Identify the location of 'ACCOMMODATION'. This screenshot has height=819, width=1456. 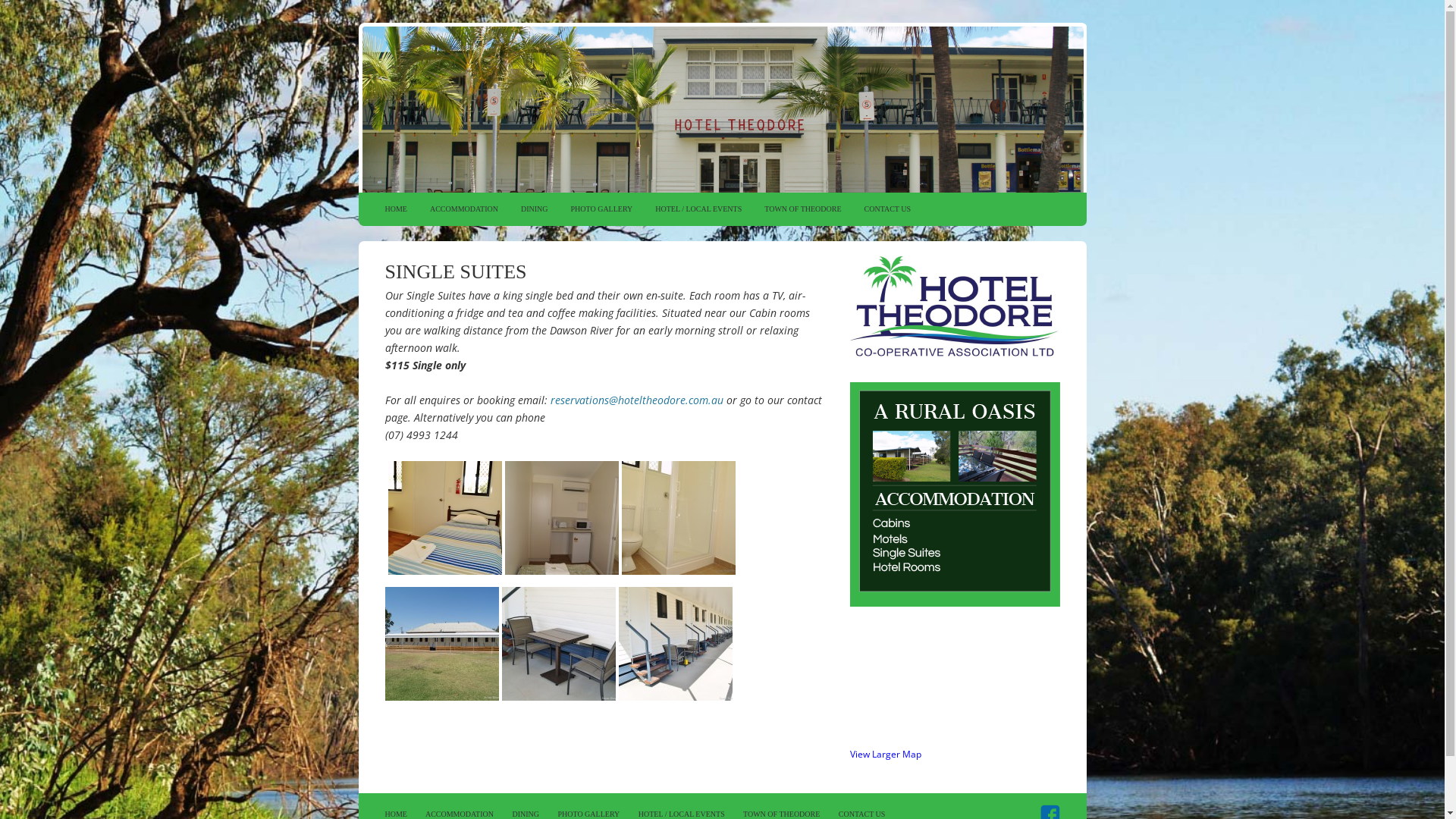
(463, 209).